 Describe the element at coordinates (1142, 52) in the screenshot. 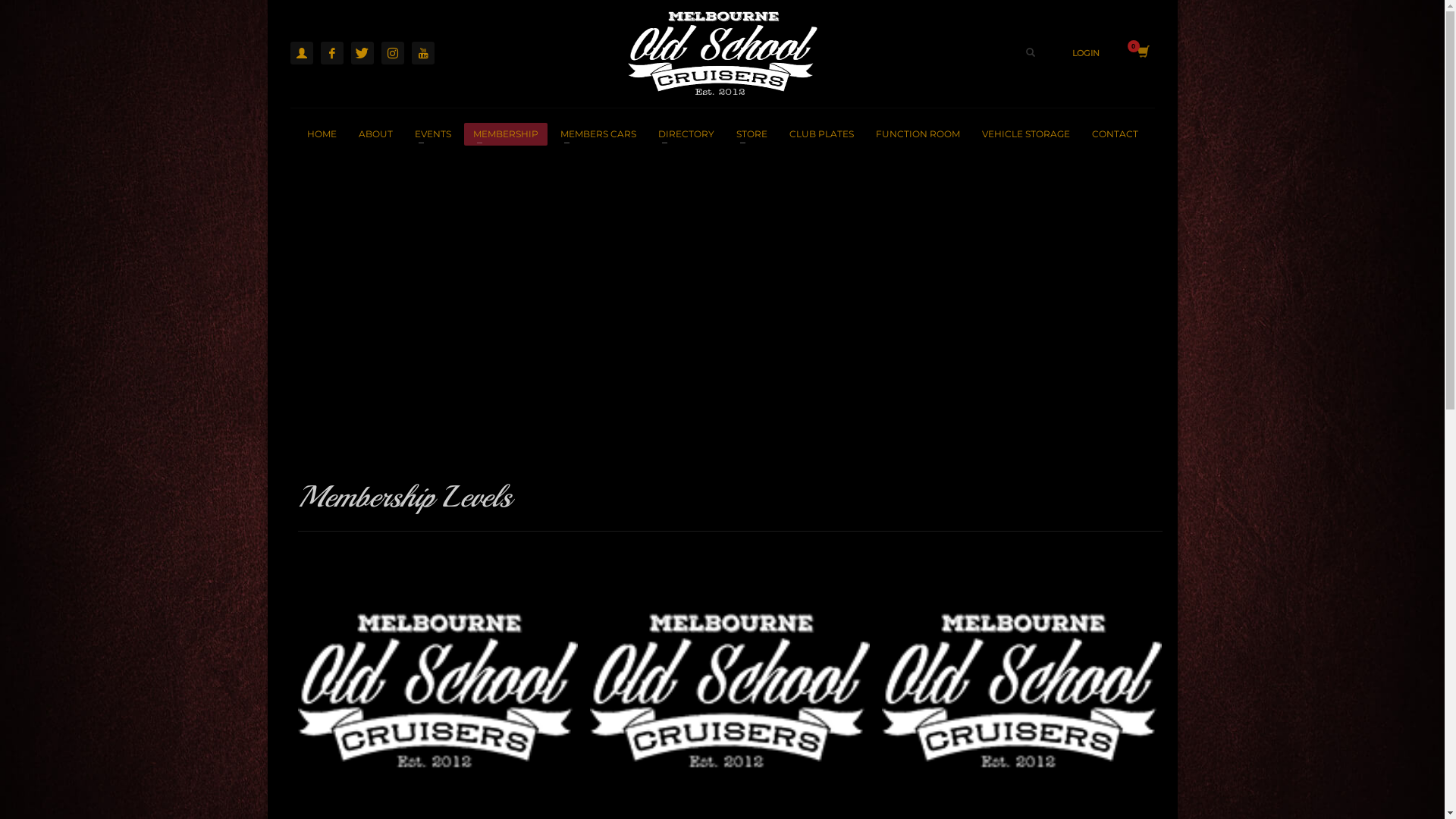

I see `'View your shopping cart'` at that location.